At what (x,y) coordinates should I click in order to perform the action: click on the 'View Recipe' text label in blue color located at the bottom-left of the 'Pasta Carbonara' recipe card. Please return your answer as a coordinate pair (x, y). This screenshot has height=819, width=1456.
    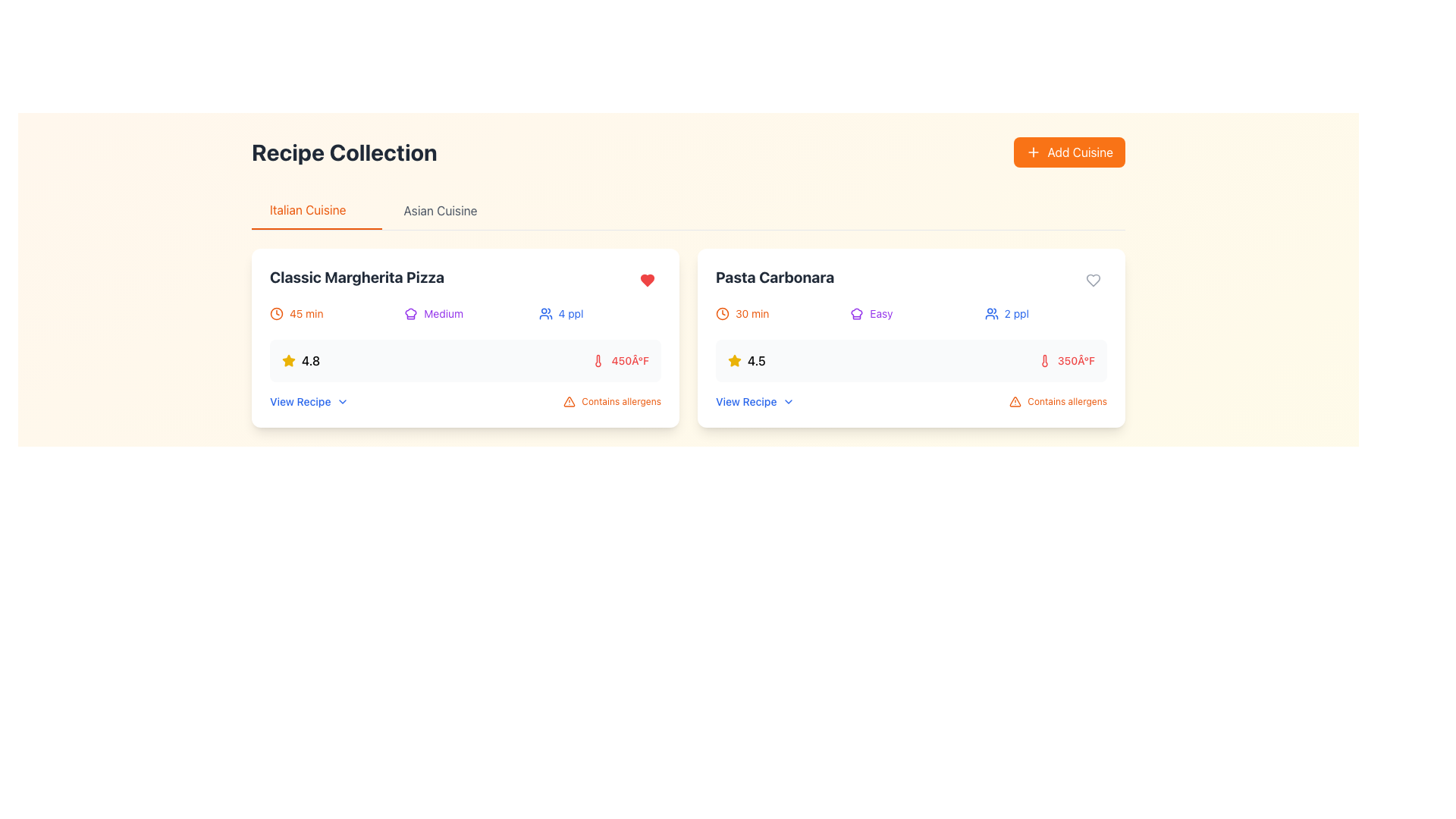
    Looking at the image, I should click on (746, 400).